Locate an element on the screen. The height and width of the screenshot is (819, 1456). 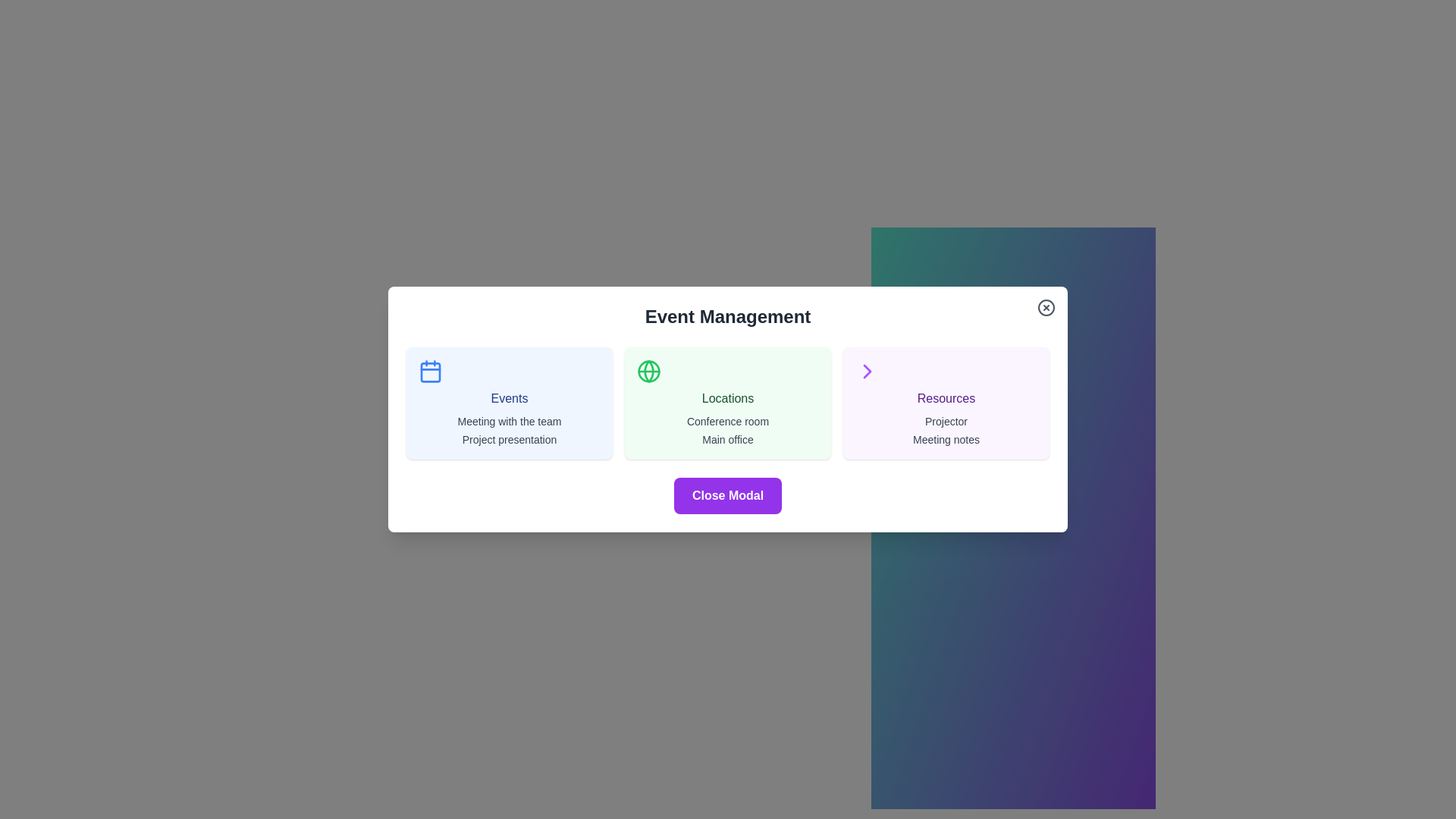
text label displaying 'Conference room' in dark gray on a light green background, located in the 'Locations' section under 'Event Management' is located at coordinates (728, 421).